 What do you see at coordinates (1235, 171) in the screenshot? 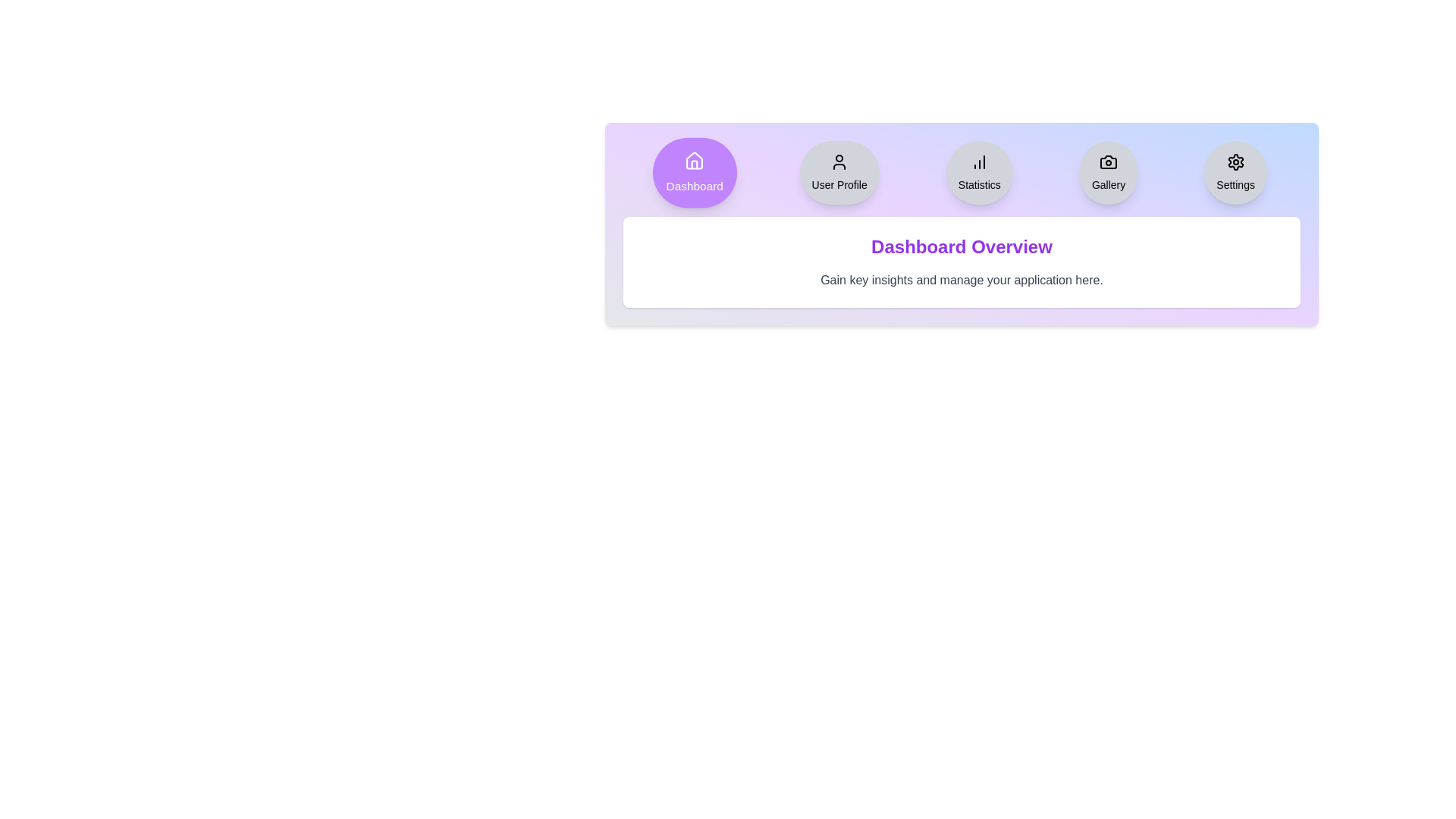
I see `the fifth button in the navigation bar` at bounding box center [1235, 171].